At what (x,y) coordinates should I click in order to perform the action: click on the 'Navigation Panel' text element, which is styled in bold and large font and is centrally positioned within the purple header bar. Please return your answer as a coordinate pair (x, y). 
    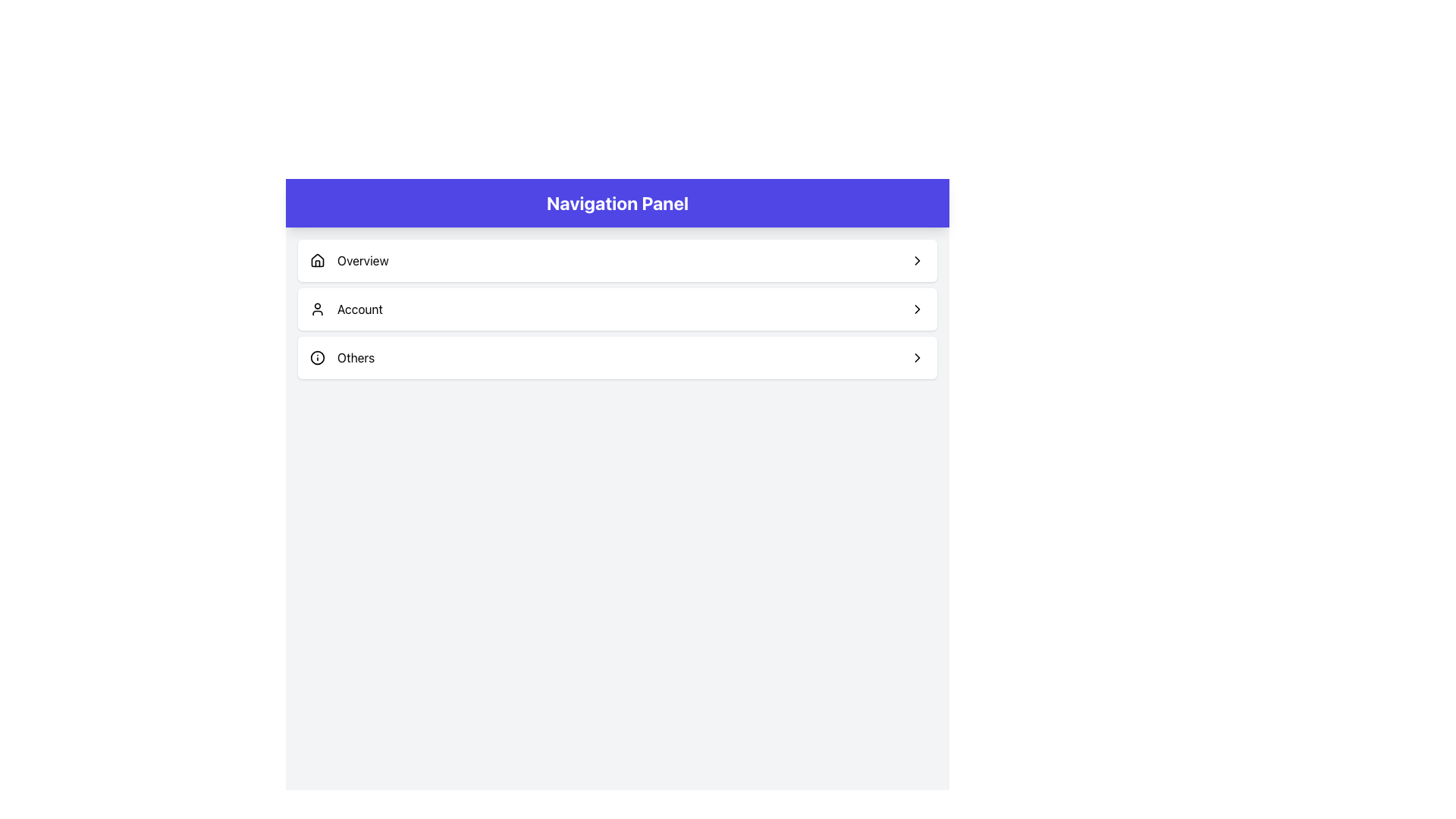
    Looking at the image, I should click on (617, 202).